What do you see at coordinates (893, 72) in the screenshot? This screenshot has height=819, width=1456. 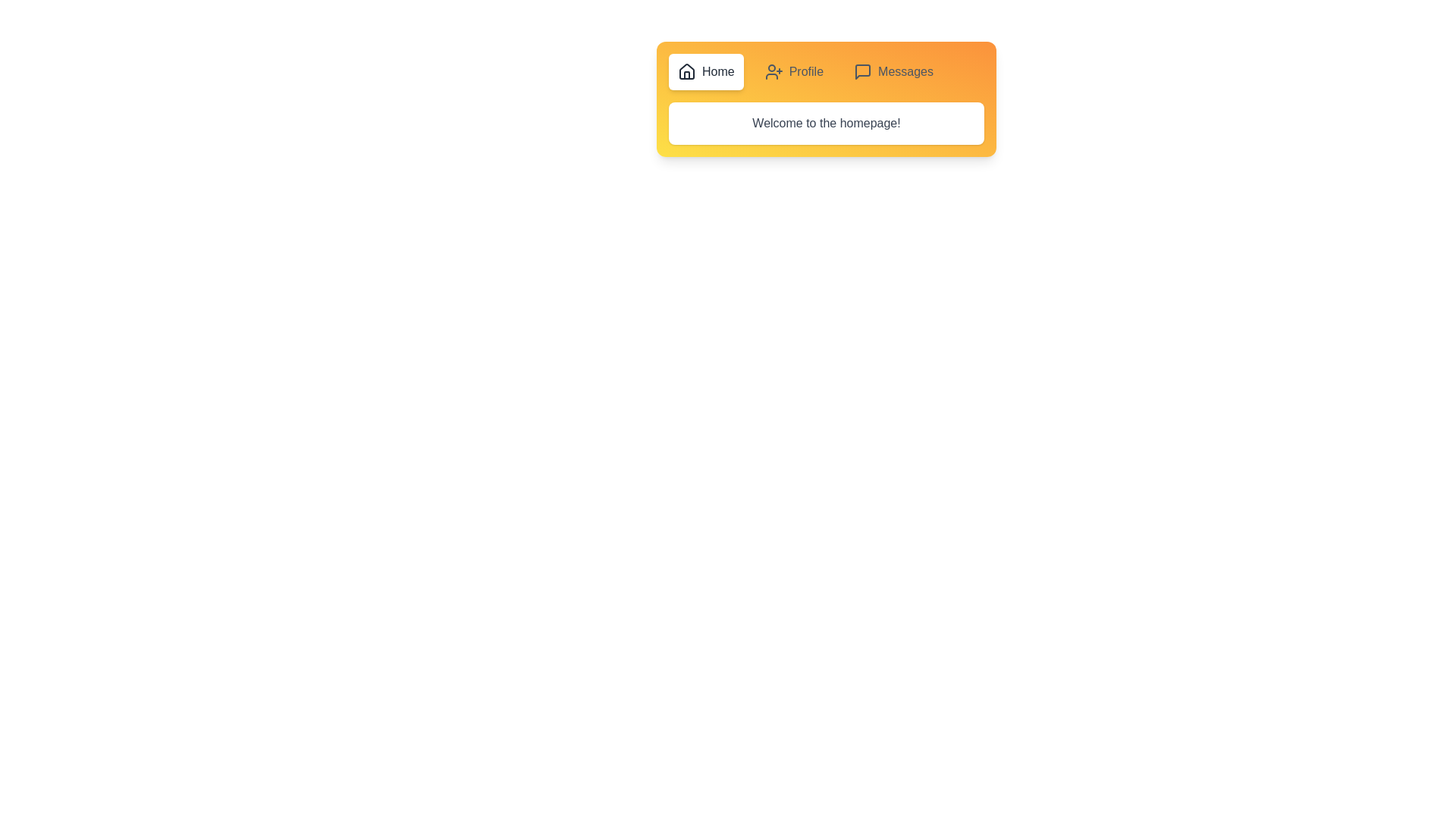 I see `the Messages tab by clicking on its respective button` at bounding box center [893, 72].